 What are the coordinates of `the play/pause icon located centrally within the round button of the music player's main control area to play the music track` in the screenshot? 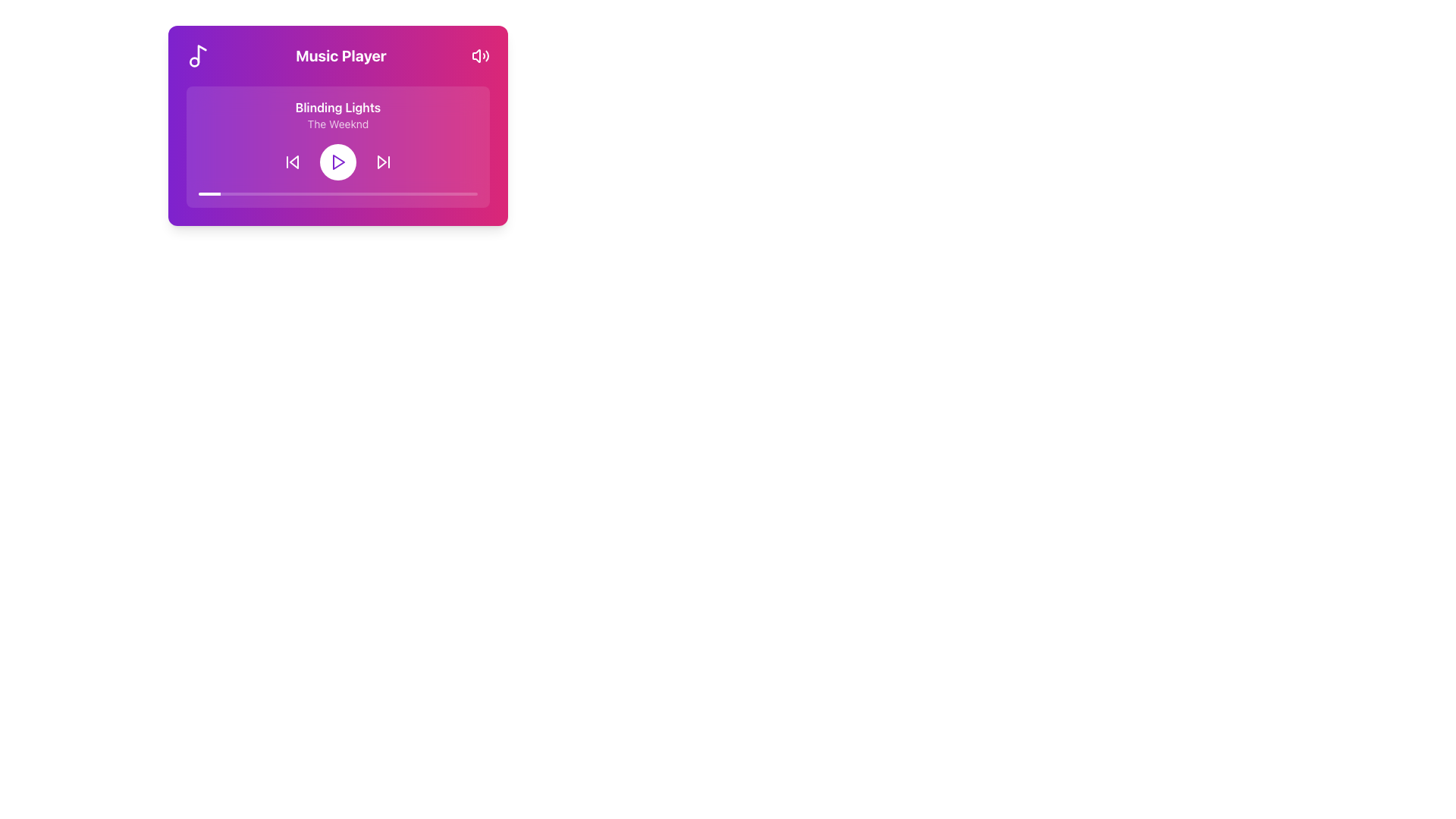 It's located at (337, 162).